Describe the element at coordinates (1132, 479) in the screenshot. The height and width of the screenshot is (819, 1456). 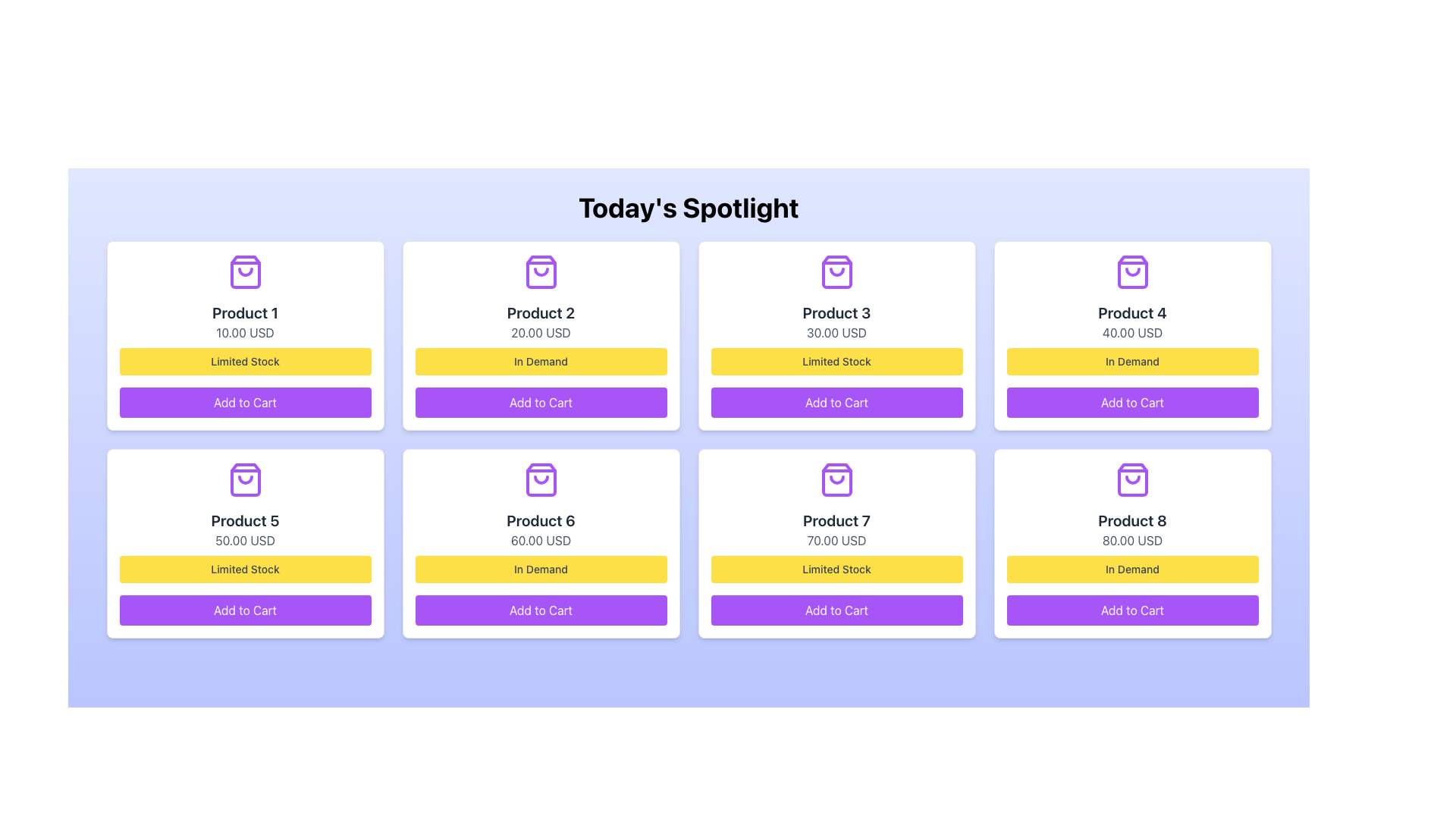
I see `the decorative bag icon at the top-center of the 'Product 8' card, located in the lower-right corner of the grid` at that location.